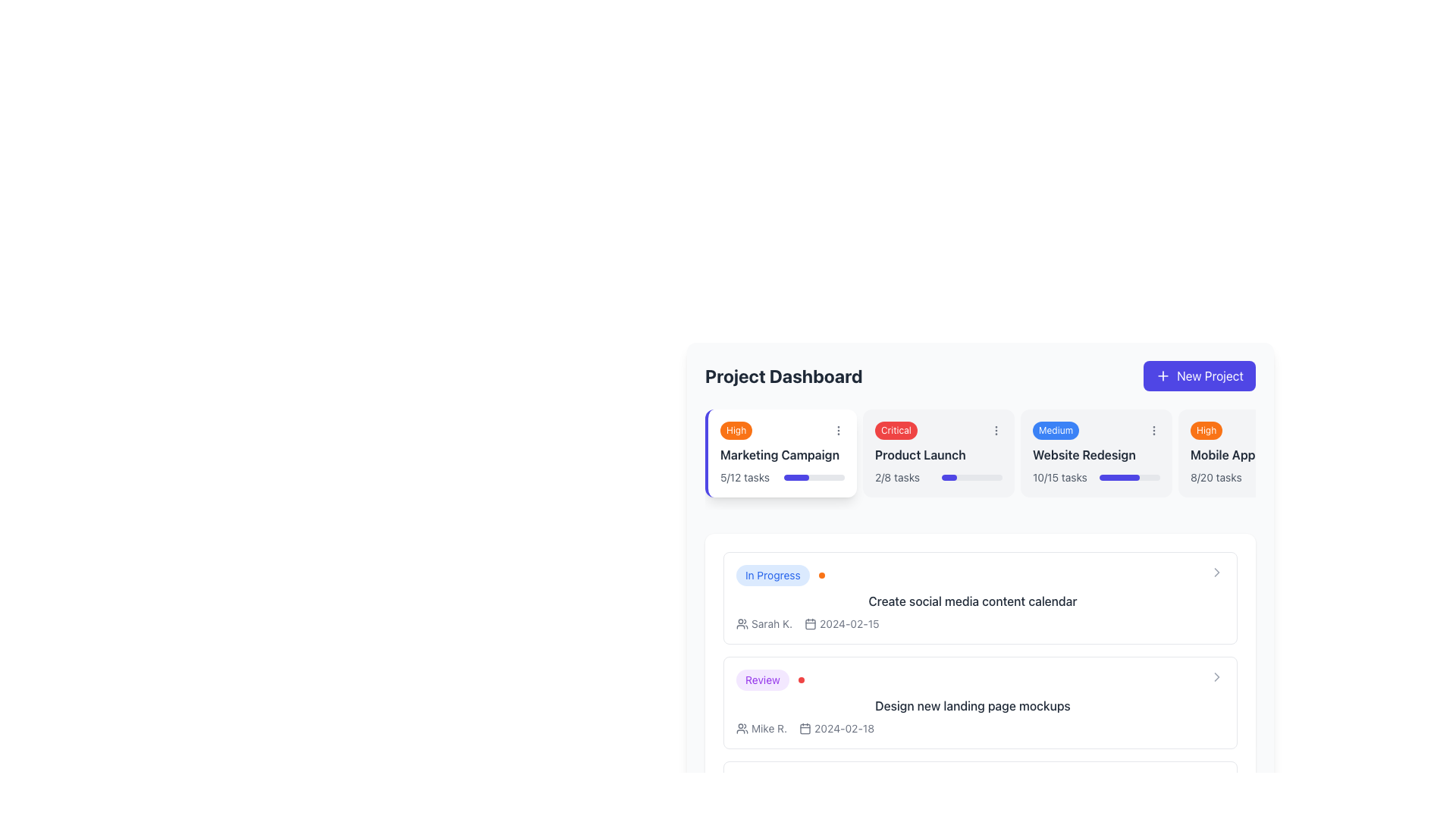  What do you see at coordinates (1269, 476) in the screenshot?
I see `the Progress bar segment that visually represents the progress of tasks completed, located within the Mobile App card in the Project Dashboard interface` at bounding box center [1269, 476].